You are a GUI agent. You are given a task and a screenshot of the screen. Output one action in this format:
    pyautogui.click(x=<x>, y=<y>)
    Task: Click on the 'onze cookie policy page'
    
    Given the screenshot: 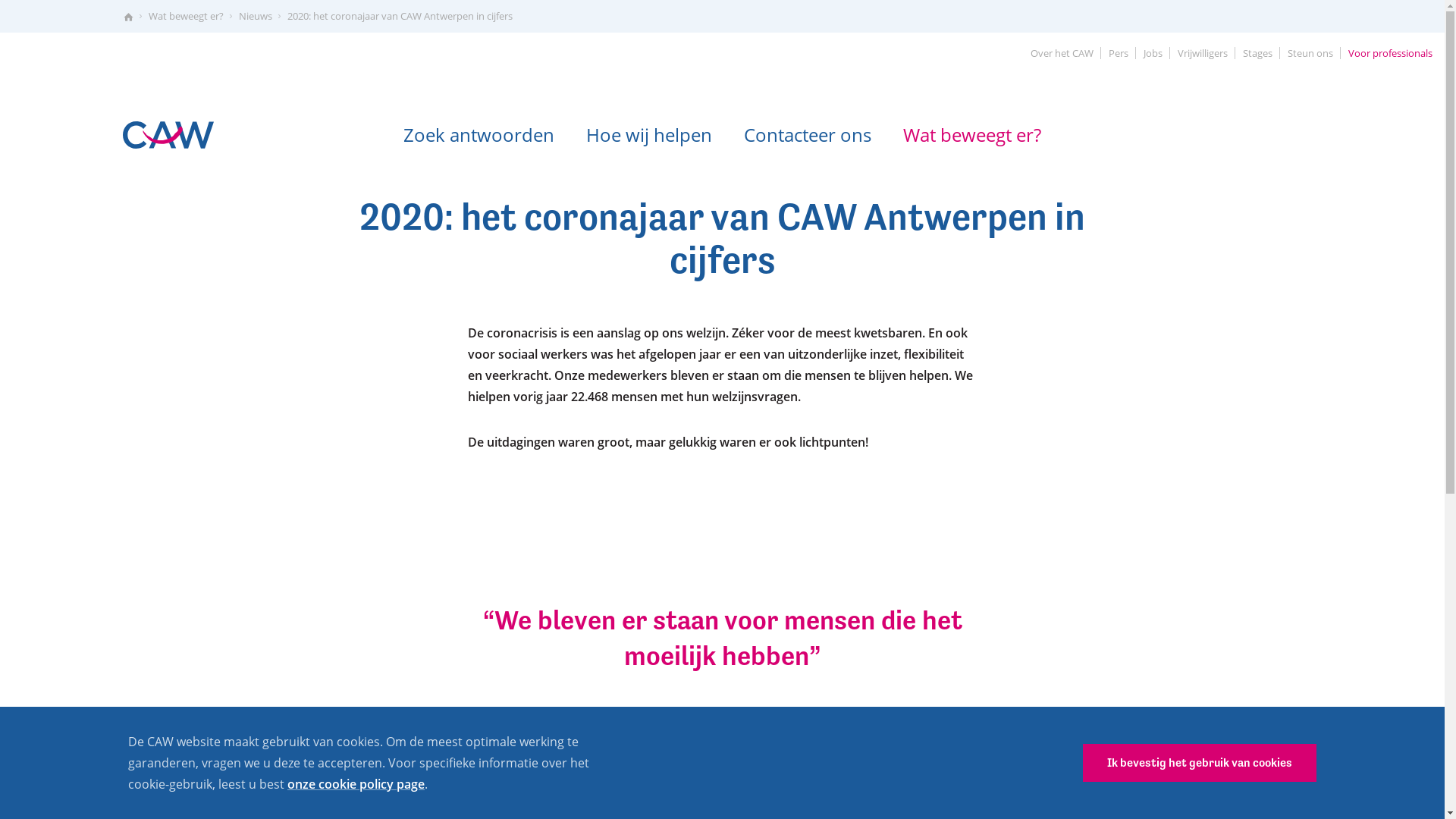 What is the action you would take?
    pyautogui.click(x=355, y=783)
    